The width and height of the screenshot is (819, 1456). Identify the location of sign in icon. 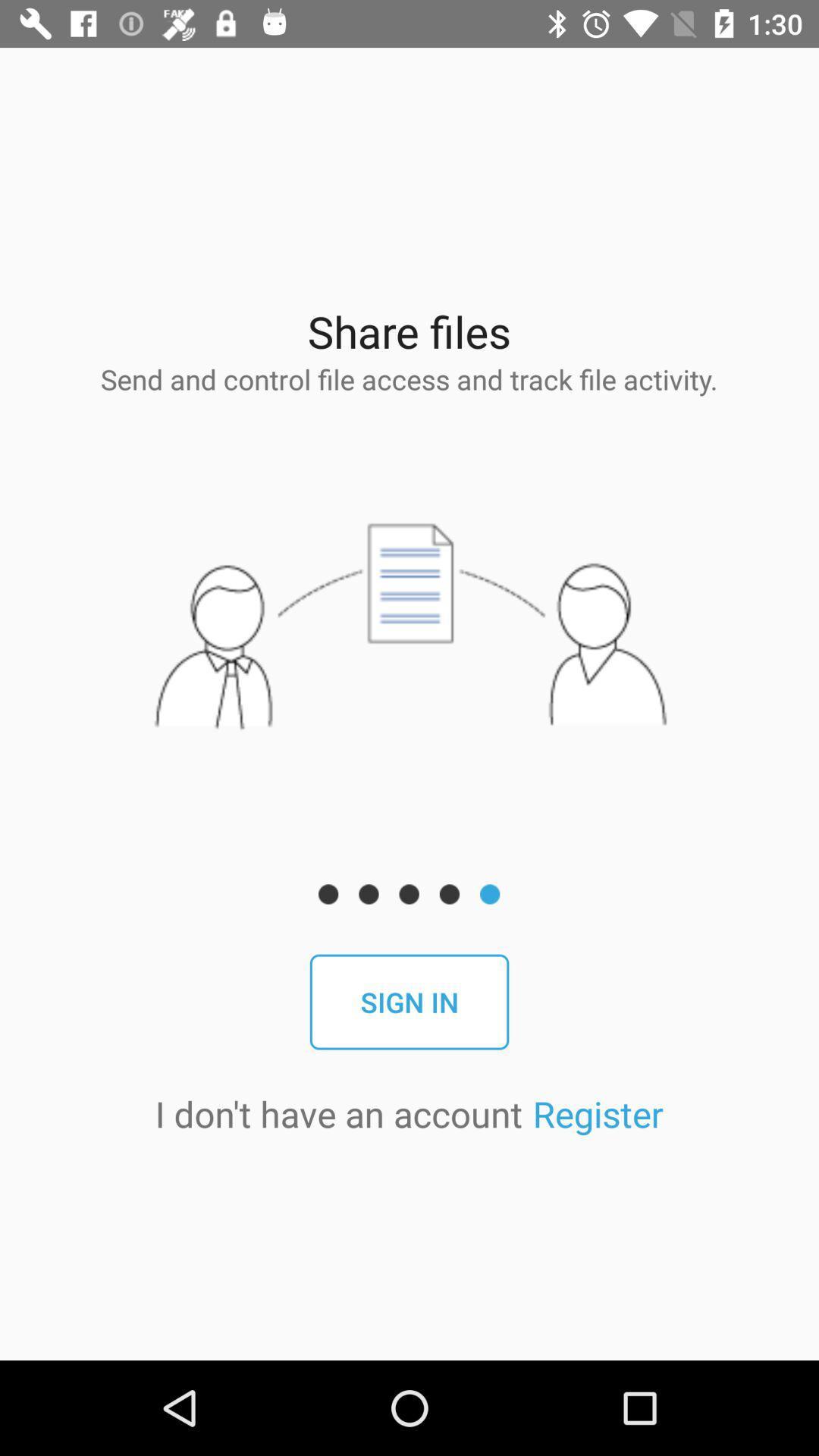
(409, 1002).